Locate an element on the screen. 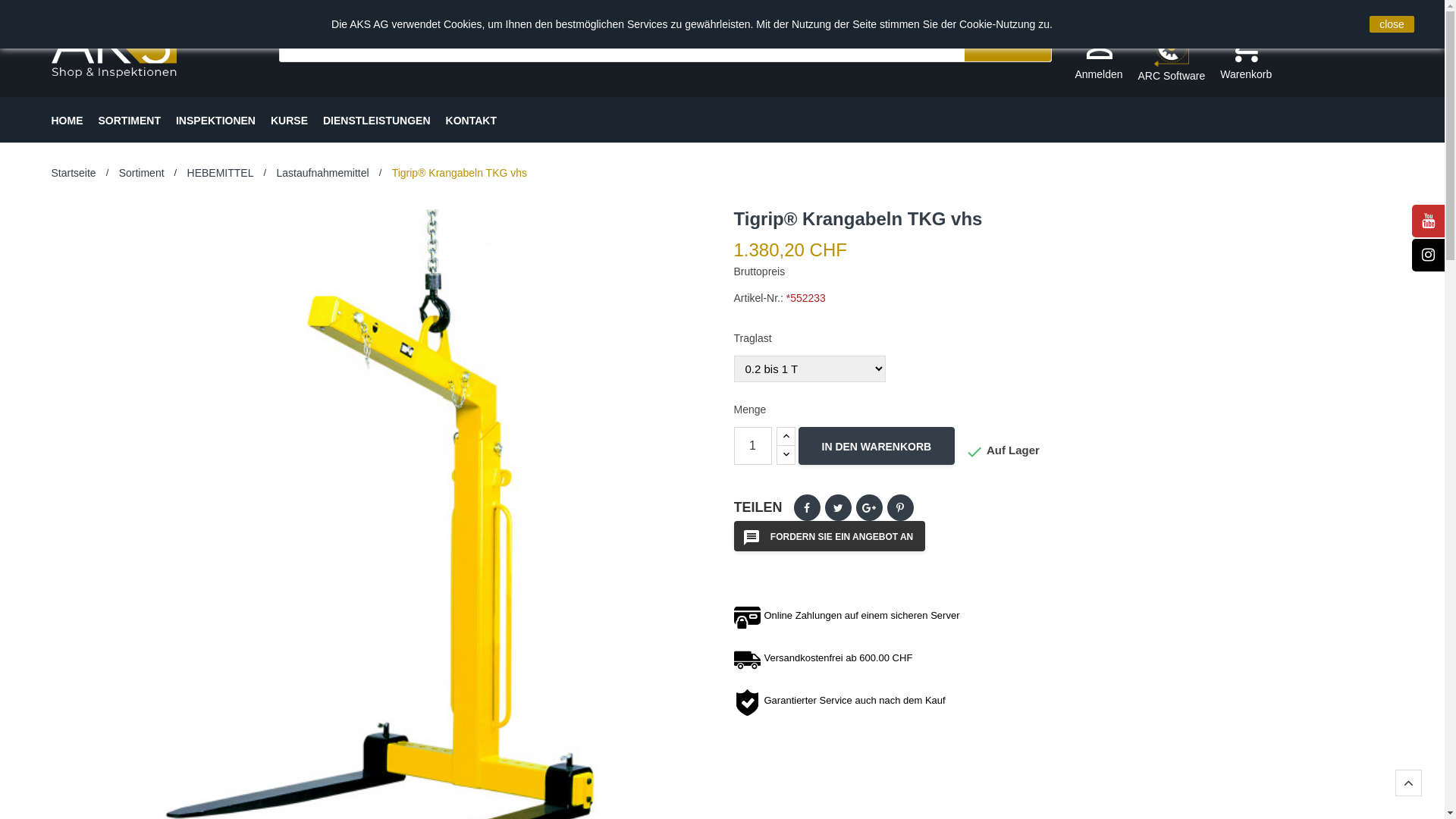  'Lastaufnahmemittel' is located at coordinates (322, 171).